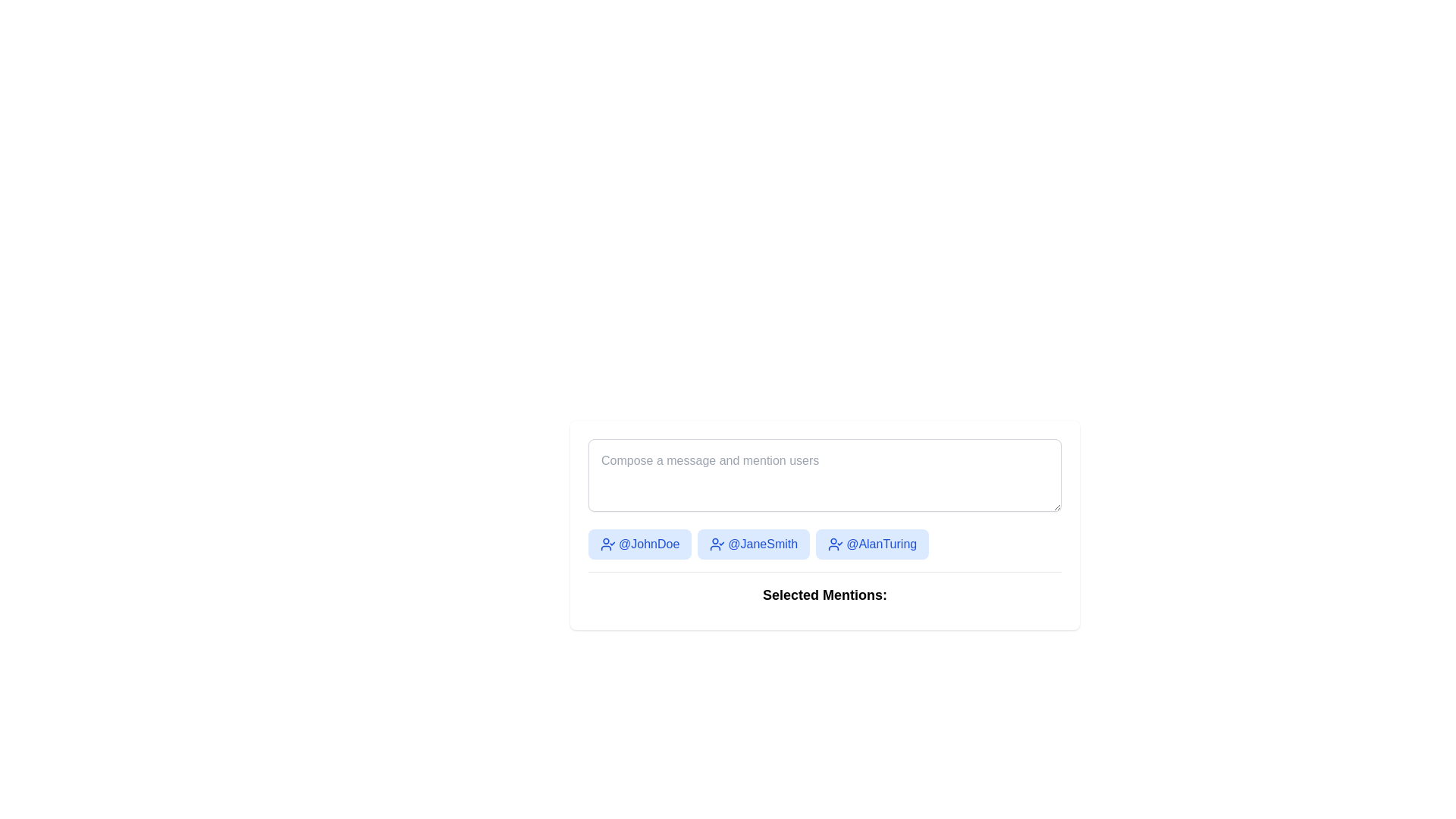 This screenshot has width=1456, height=819. What do you see at coordinates (754, 543) in the screenshot?
I see `the user mention button for '@JaneSmith', which is the second button from the left in a row of user mention buttons located beneath the text input area` at bounding box center [754, 543].